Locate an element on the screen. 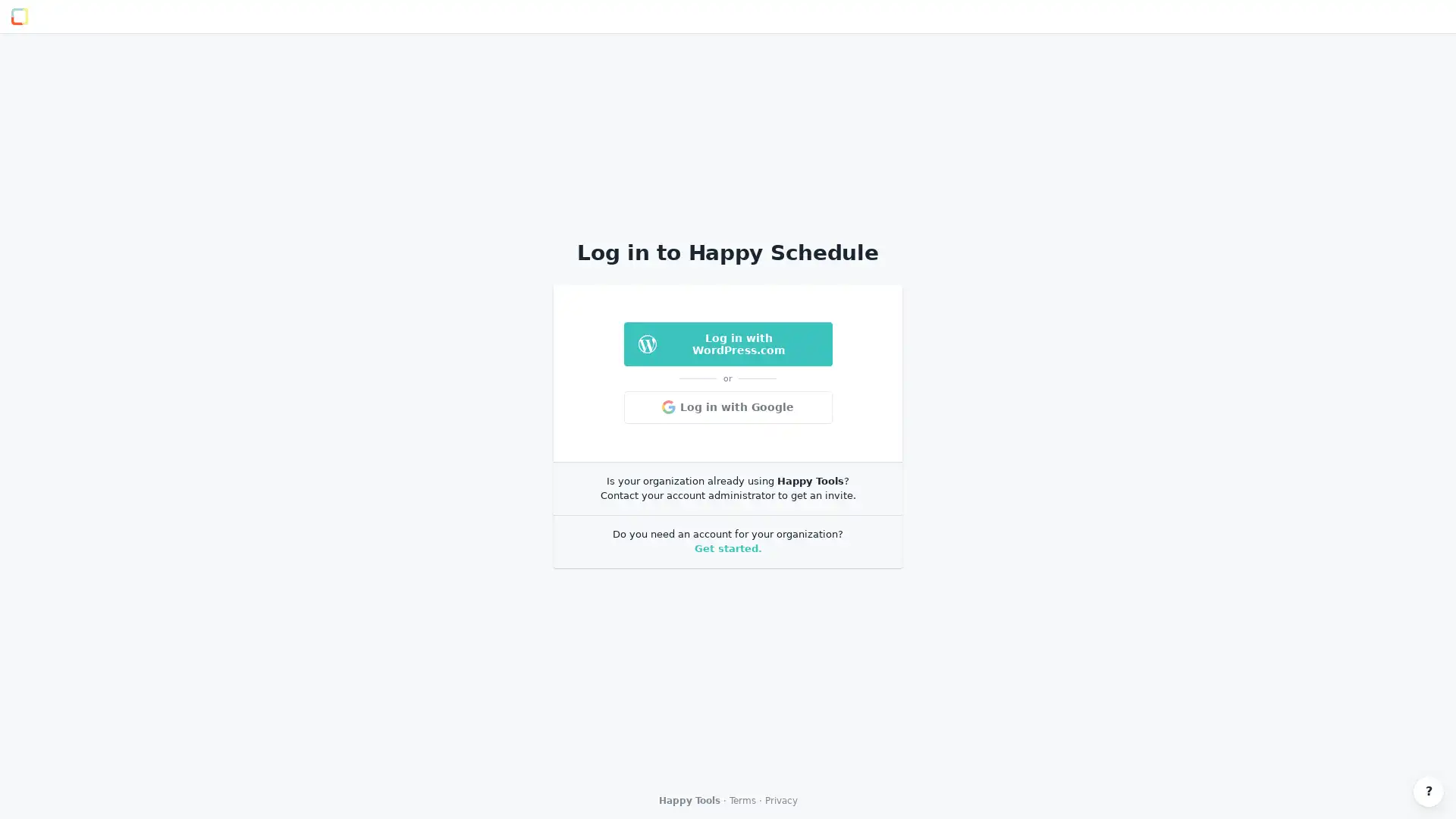 This screenshot has width=1456, height=819. Log in with Google is located at coordinates (726, 406).